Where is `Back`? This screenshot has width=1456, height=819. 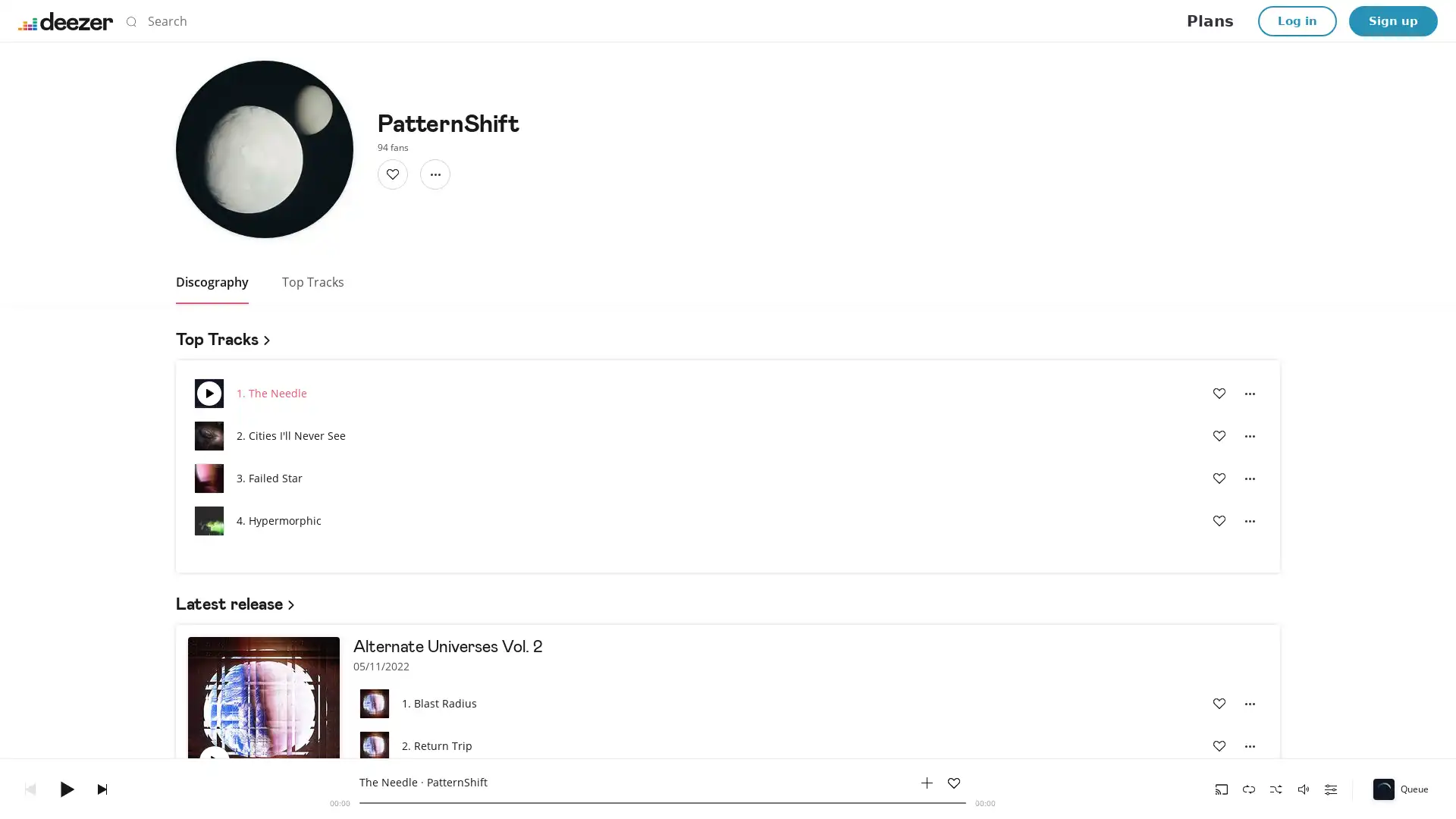 Back is located at coordinates (30, 788).